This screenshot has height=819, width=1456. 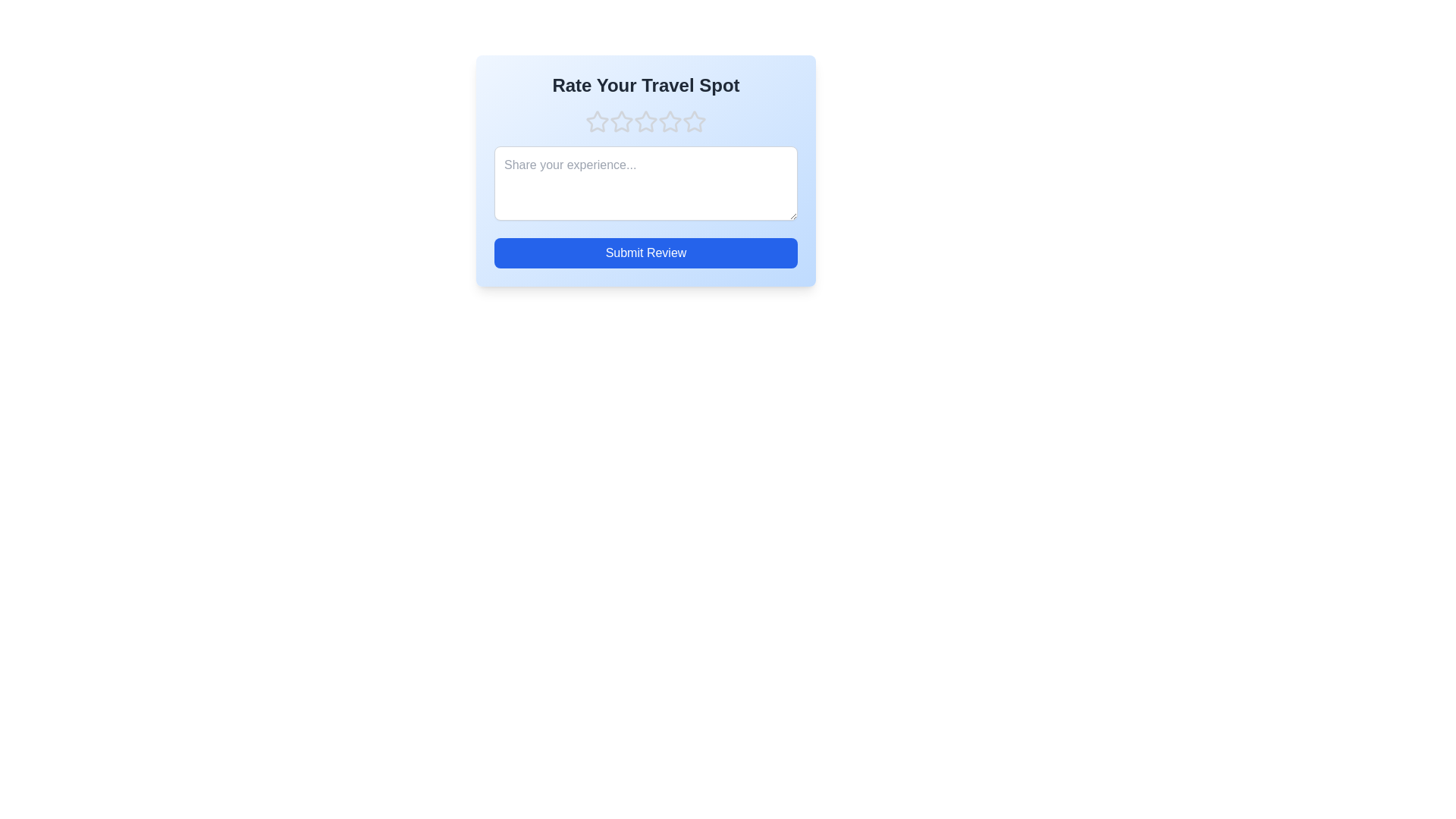 What do you see at coordinates (622, 121) in the screenshot?
I see `the travel spot rating to 2 stars by clicking on the corresponding star` at bounding box center [622, 121].